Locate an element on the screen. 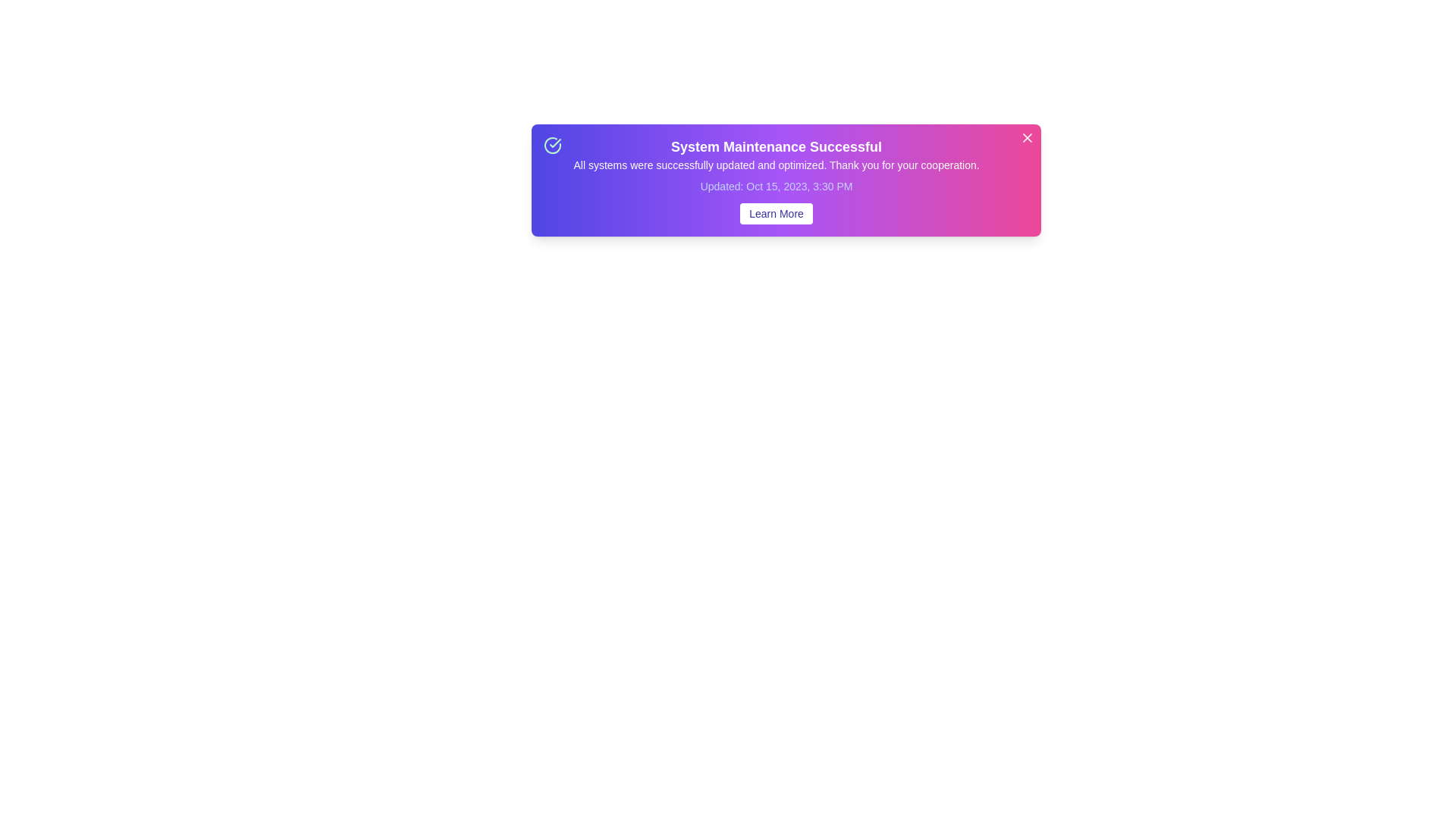  close button at the top-right corner of the alert to close it is located at coordinates (1027, 137).